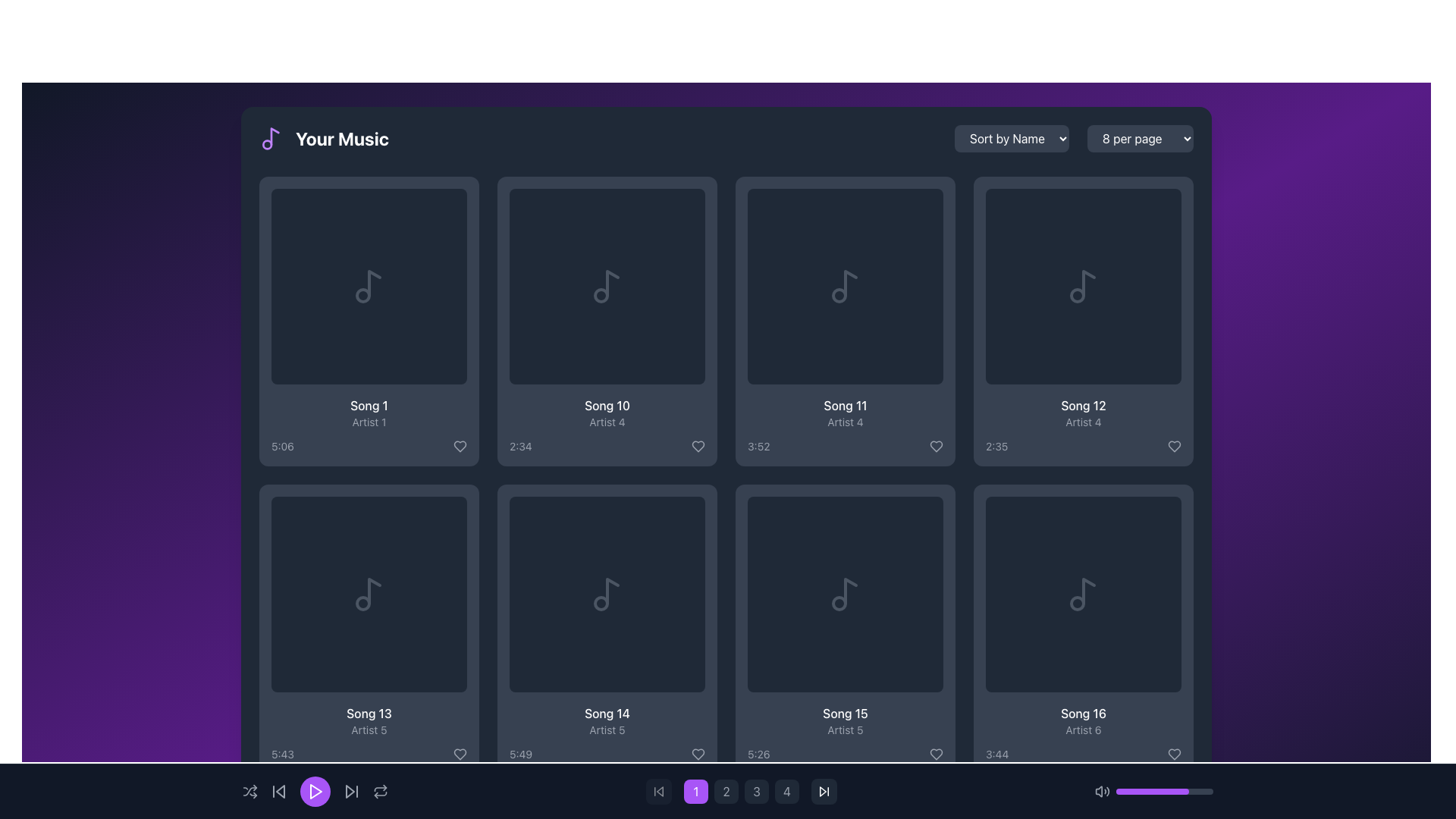  What do you see at coordinates (823, 791) in the screenshot?
I see `the forward skip button, which is a small icon with a white arrow on a dark gray background located at the bottom-center of the interface` at bounding box center [823, 791].